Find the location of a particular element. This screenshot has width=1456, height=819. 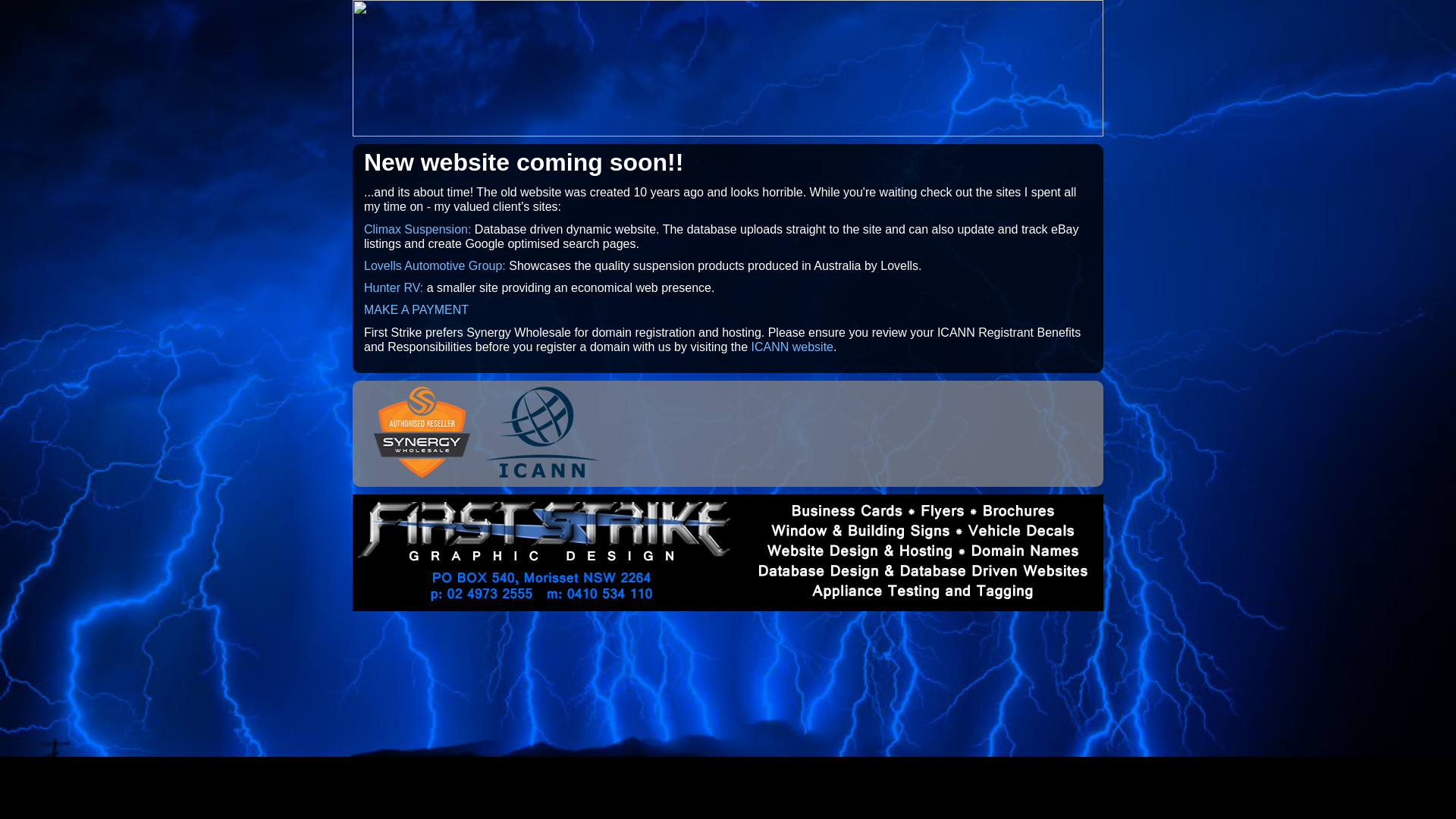

'Lovells Automotive Group:' is located at coordinates (364, 265).